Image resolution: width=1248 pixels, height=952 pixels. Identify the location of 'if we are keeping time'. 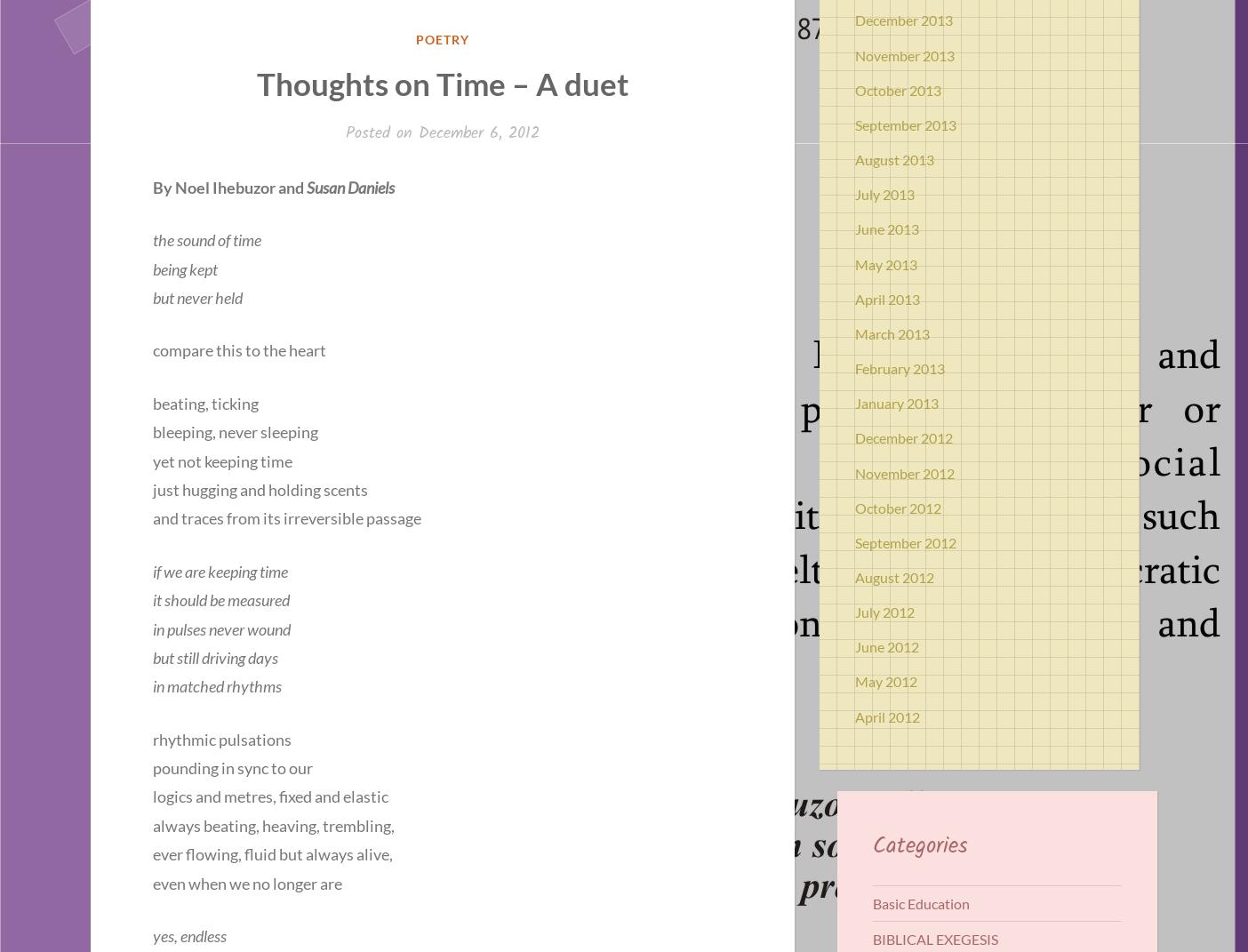
(220, 569).